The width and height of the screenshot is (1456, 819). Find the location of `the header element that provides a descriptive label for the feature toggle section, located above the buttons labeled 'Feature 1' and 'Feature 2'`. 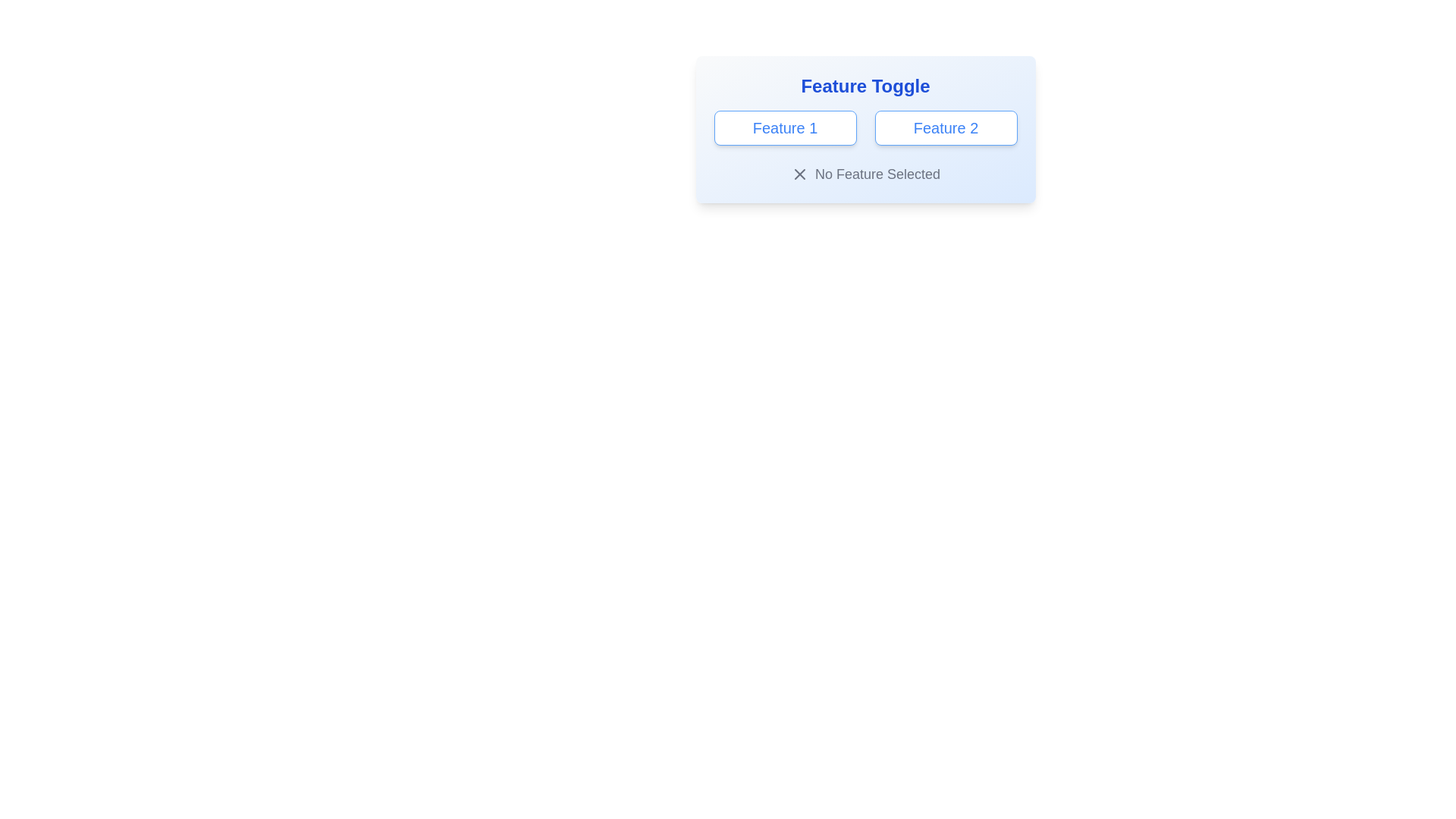

the header element that provides a descriptive label for the feature toggle section, located above the buttons labeled 'Feature 1' and 'Feature 2' is located at coordinates (865, 86).